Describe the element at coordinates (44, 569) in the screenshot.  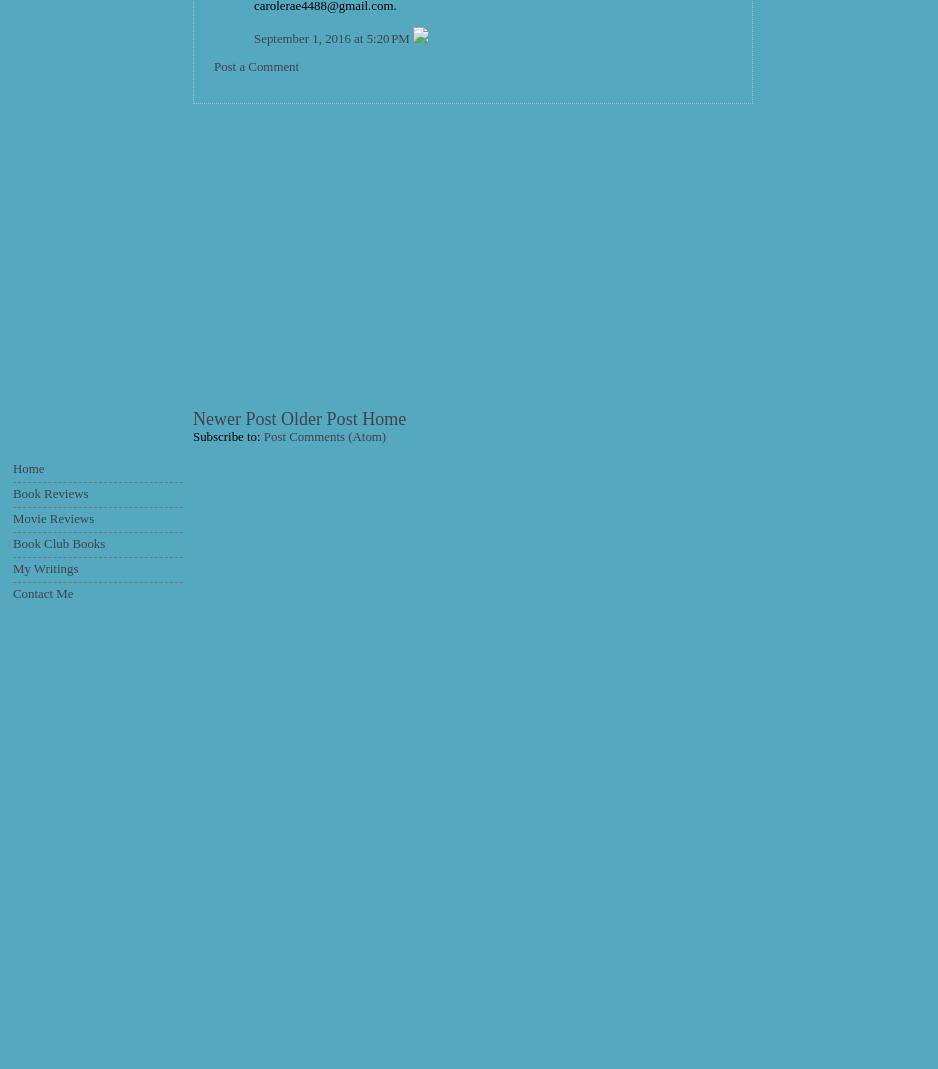
I see `'My Writings'` at that location.